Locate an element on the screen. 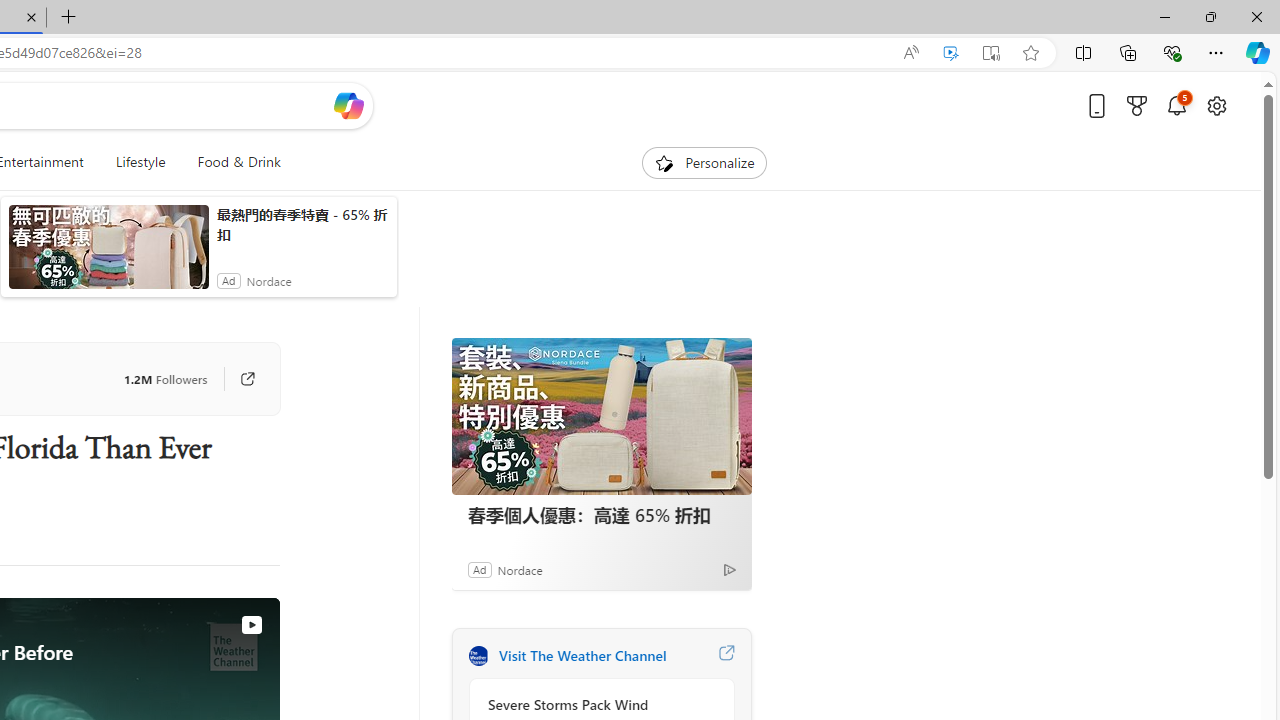 The image size is (1280, 720). 'View on Watch View on Watch' is located at coordinates (205, 623).